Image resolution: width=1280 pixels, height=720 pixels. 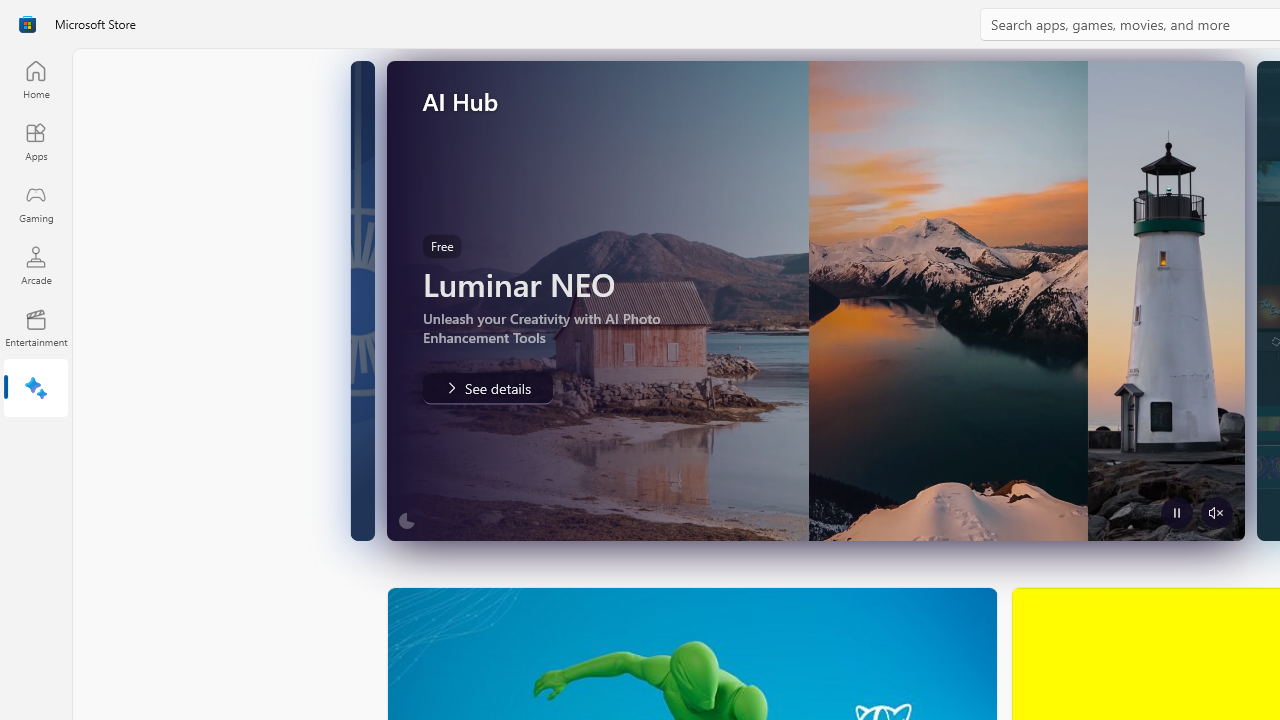 I want to click on 'Home', so click(x=35, y=78).